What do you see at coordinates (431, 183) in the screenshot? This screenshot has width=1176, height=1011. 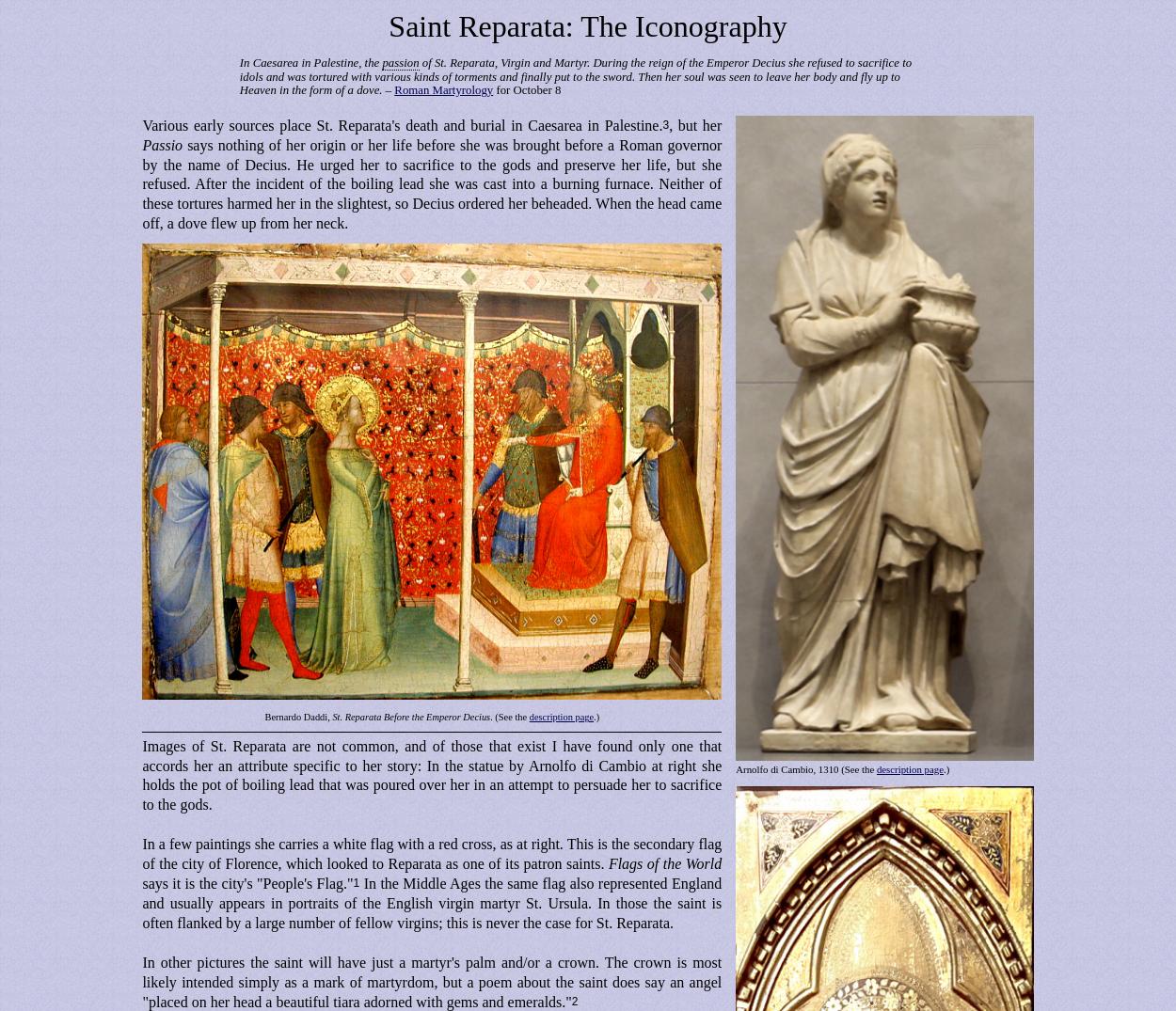 I see `'says nothing of her origin or her life before she was brought before a Roman governor by the name of Decius. He urged her to sacrifice to the gods and preserve her life, but she refused. After the incident of the boiling lead she was cast into a burning furnace. Neither of these tortures harmed her in the slightest, so Decius ordered her beheaded. When the head came off, a dove flew up from her neck.'` at bounding box center [431, 183].